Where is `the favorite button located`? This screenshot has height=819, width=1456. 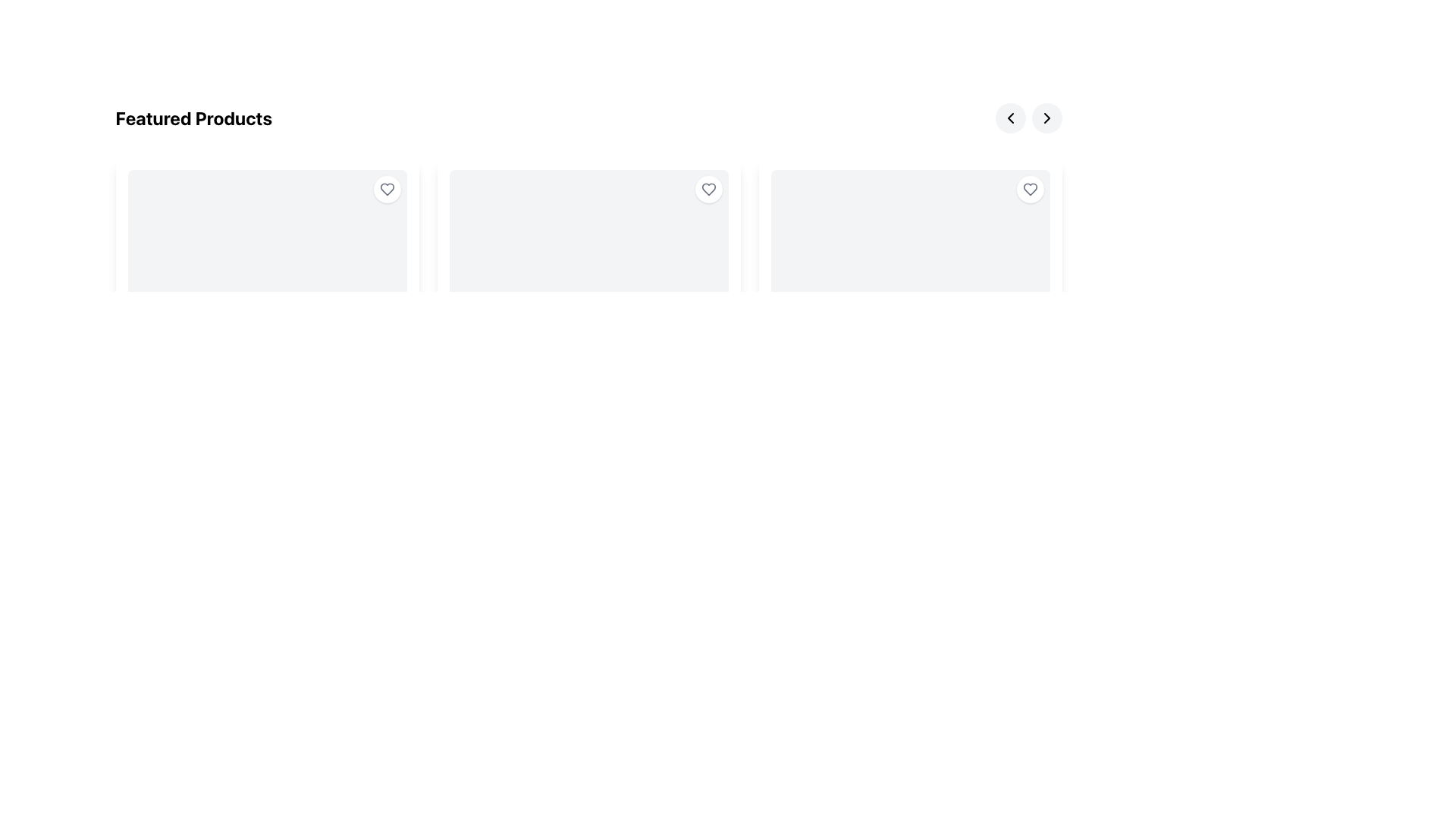 the favorite button located is located at coordinates (1030, 189).